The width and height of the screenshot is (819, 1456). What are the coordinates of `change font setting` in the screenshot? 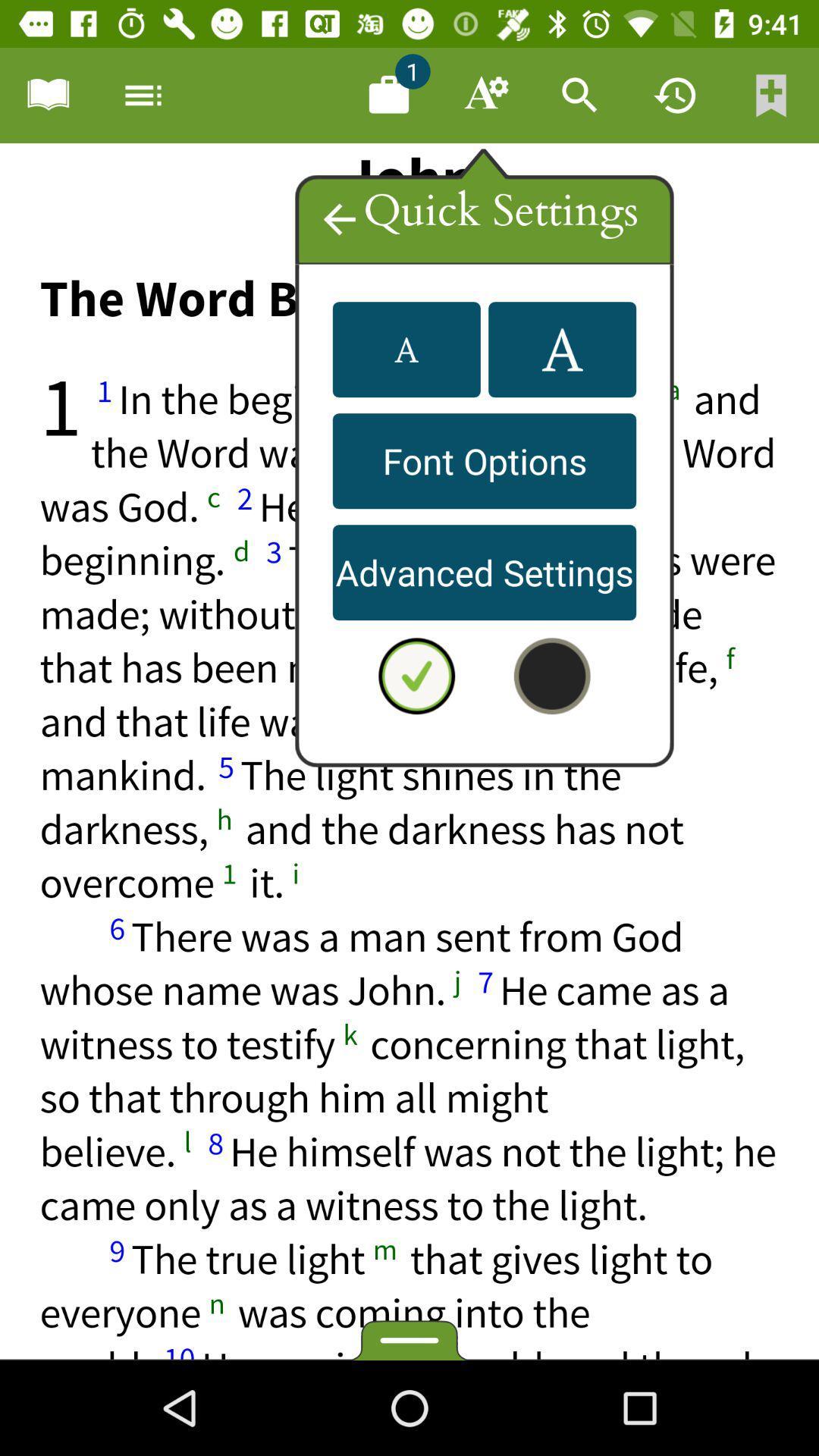 It's located at (406, 349).